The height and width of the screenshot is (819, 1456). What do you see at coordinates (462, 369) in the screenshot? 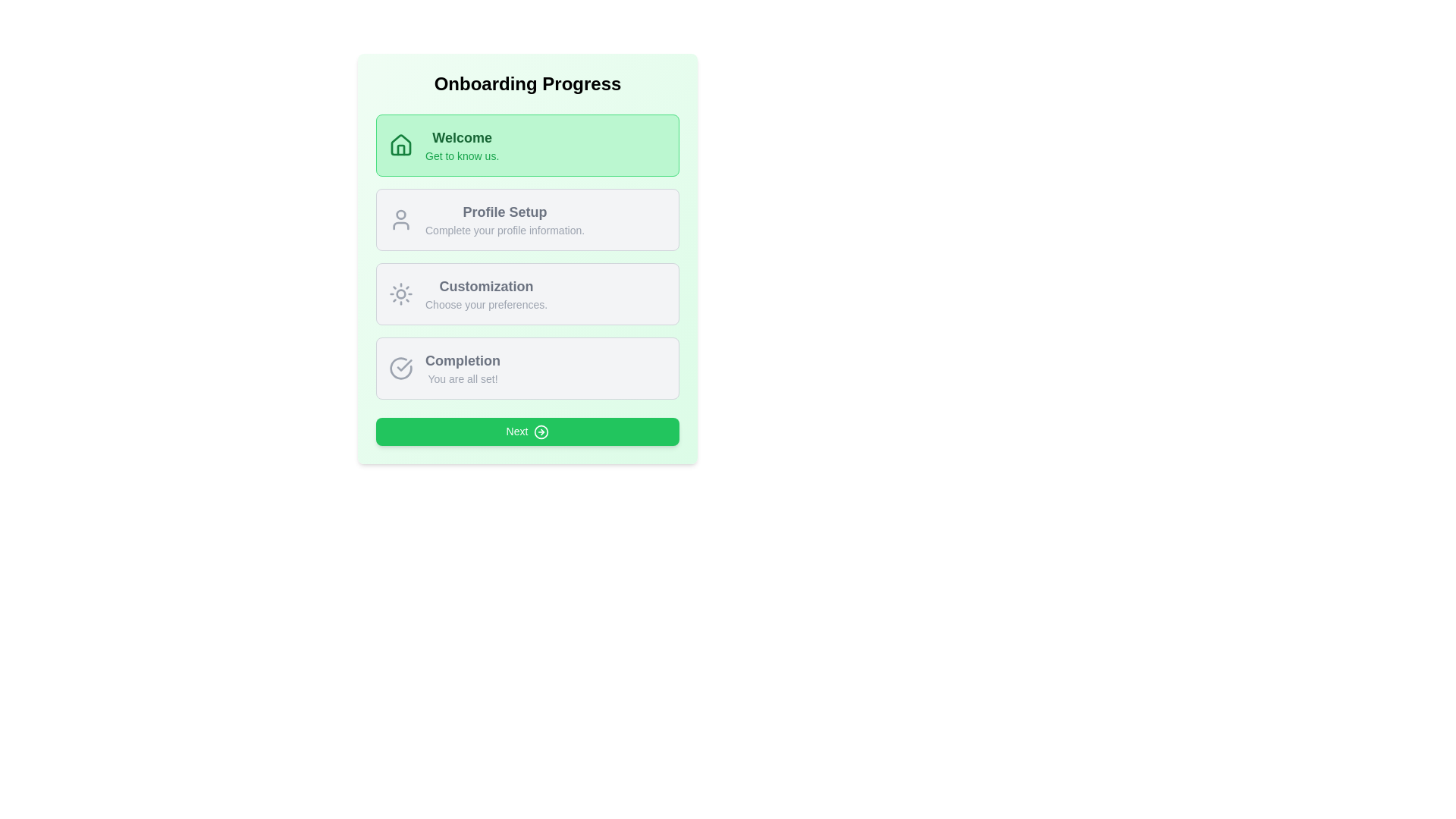
I see `the Informational text block indicating the completion of the onboarding process, which is located above the 'Next' button in the onboarding progress interface` at bounding box center [462, 369].